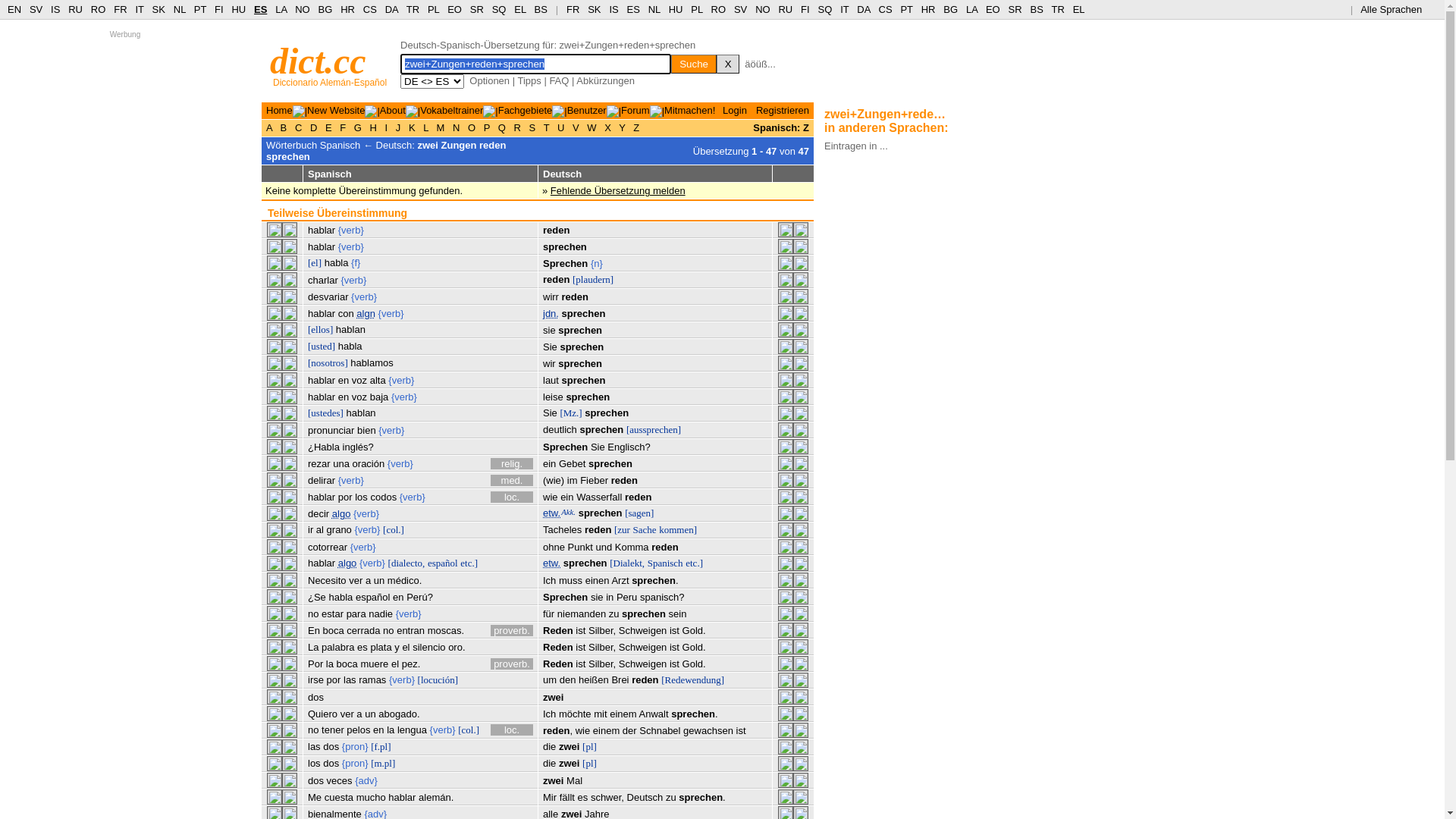 This screenshot has width=1456, height=819. Describe the element at coordinates (550, 379) in the screenshot. I see `'laut'` at that location.